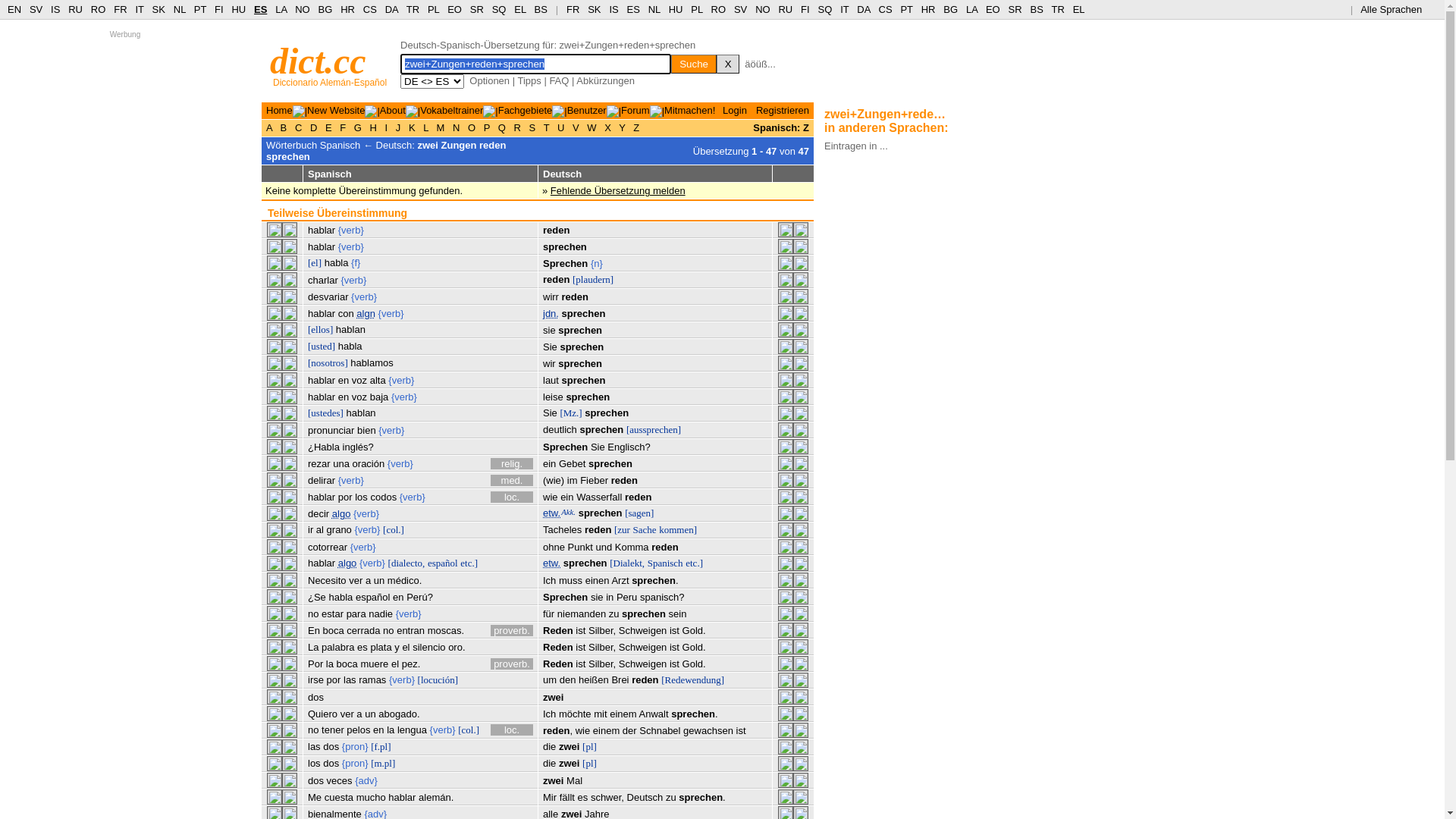 This screenshot has width=1456, height=819. Describe the element at coordinates (550, 379) in the screenshot. I see `'laut'` at that location.